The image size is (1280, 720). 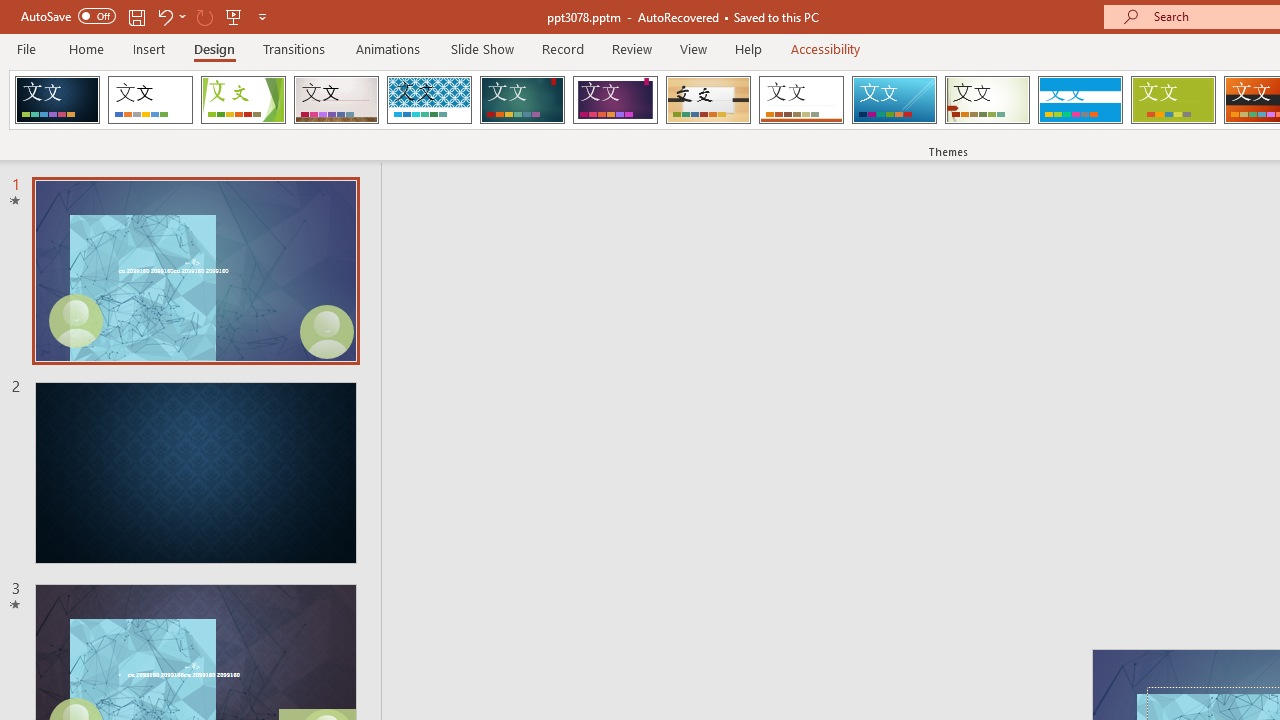 I want to click on 'Banded', so click(x=1079, y=100).